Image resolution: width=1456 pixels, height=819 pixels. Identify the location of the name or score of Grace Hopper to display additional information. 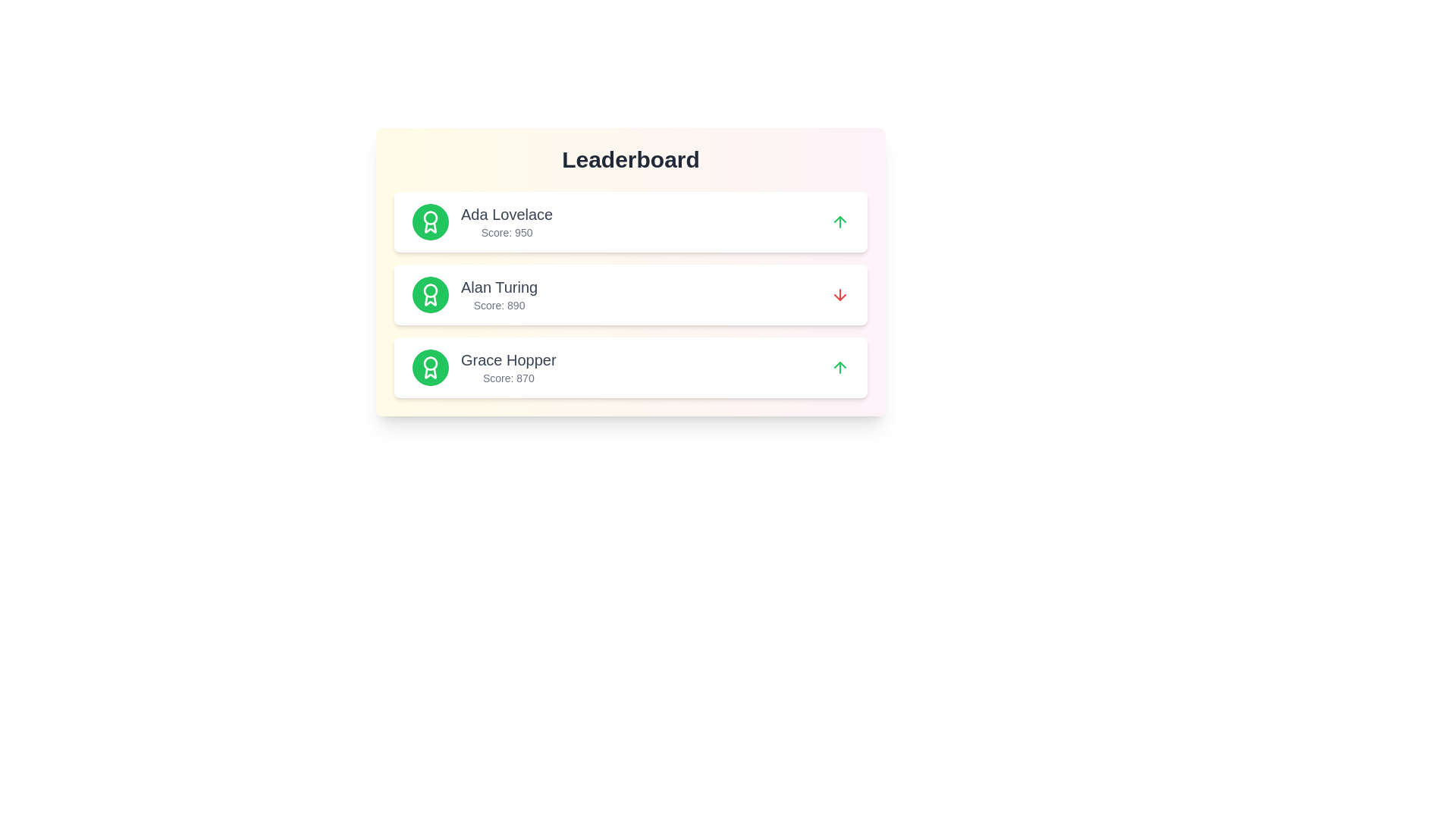
(508, 359).